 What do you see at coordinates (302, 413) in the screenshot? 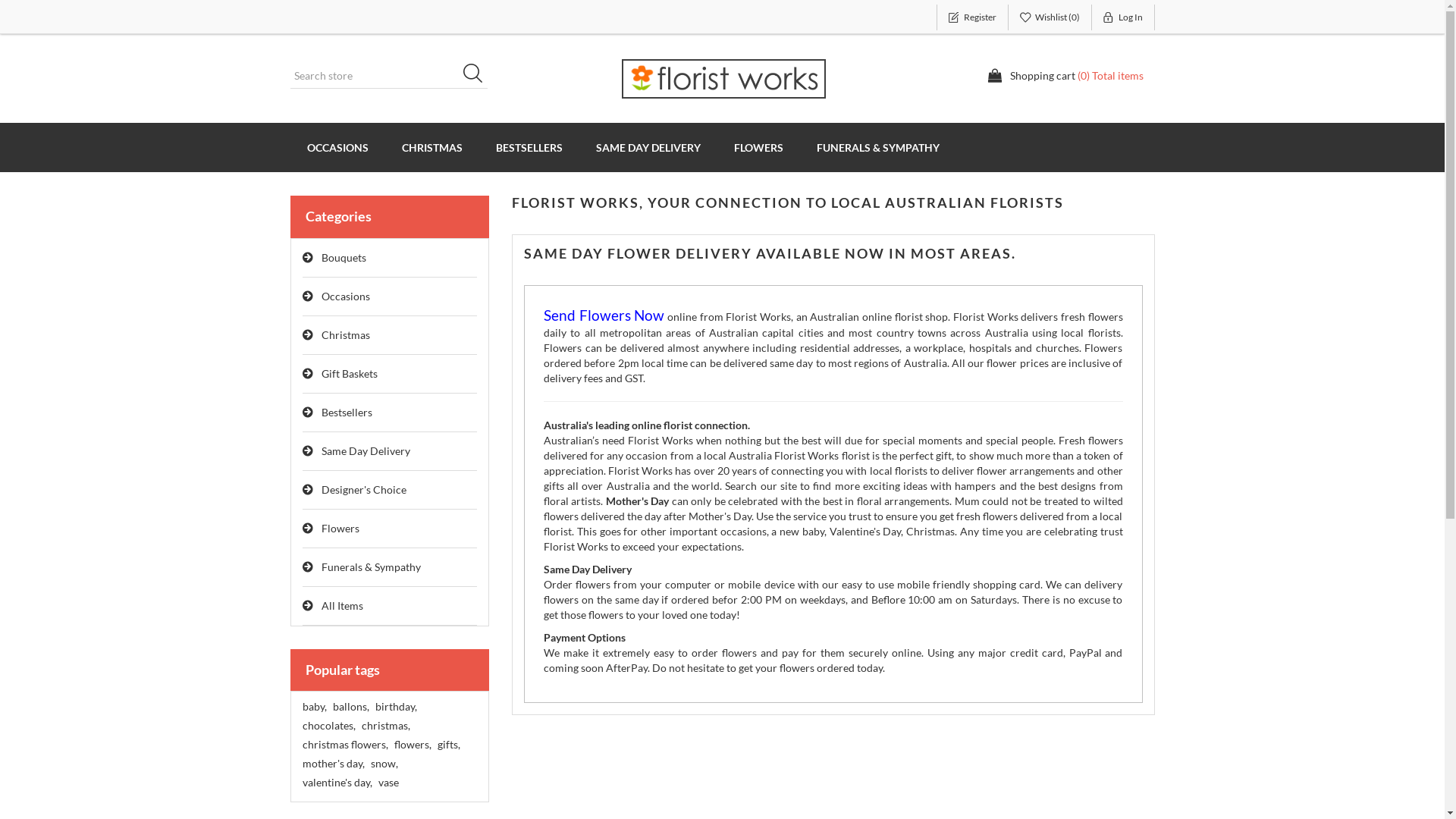
I see `'Bestsellers'` at bounding box center [302, 413].